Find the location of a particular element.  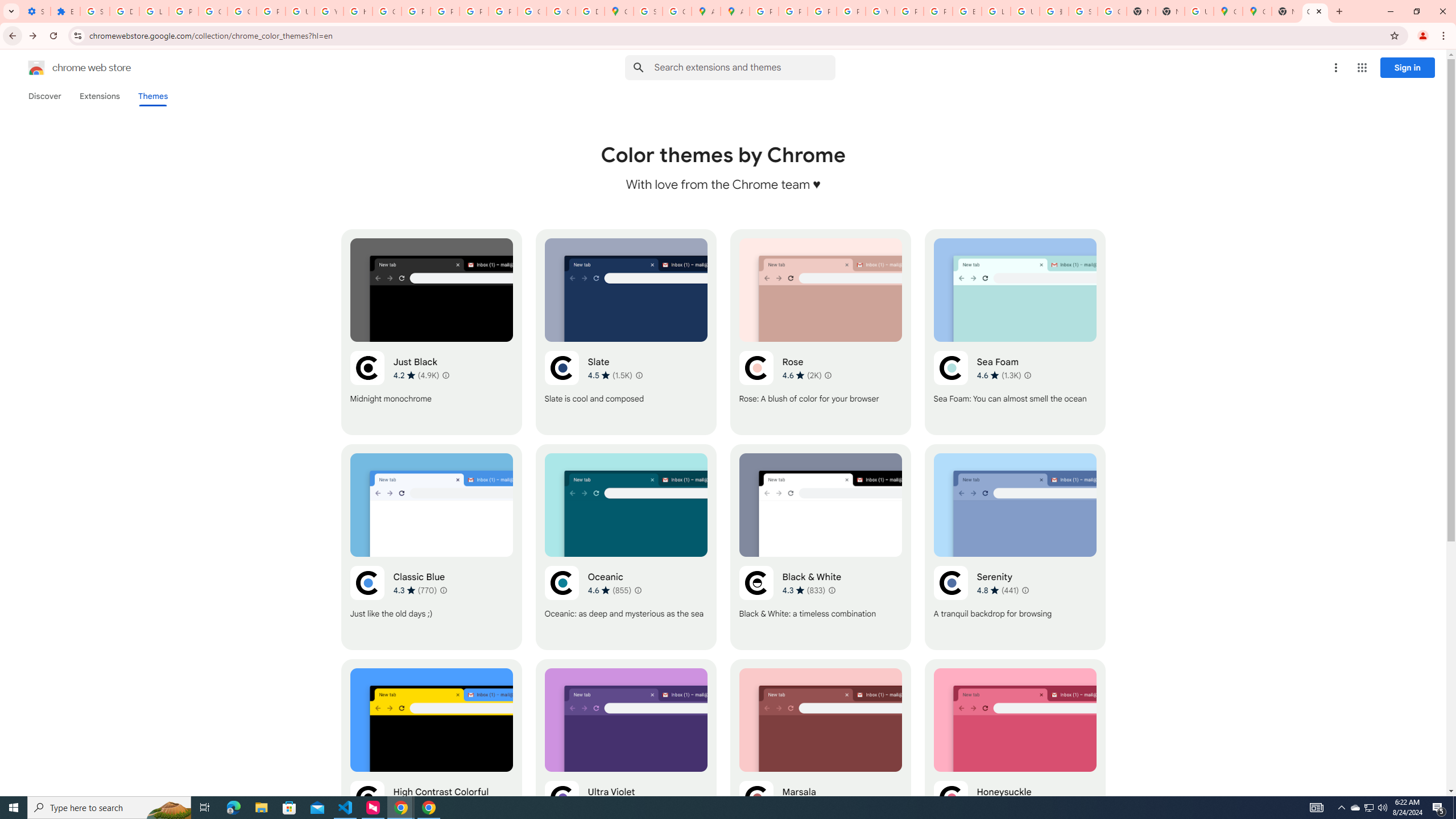

'Learn more about results and reviews "Oceanic"' is located at coordinates (638, 590).